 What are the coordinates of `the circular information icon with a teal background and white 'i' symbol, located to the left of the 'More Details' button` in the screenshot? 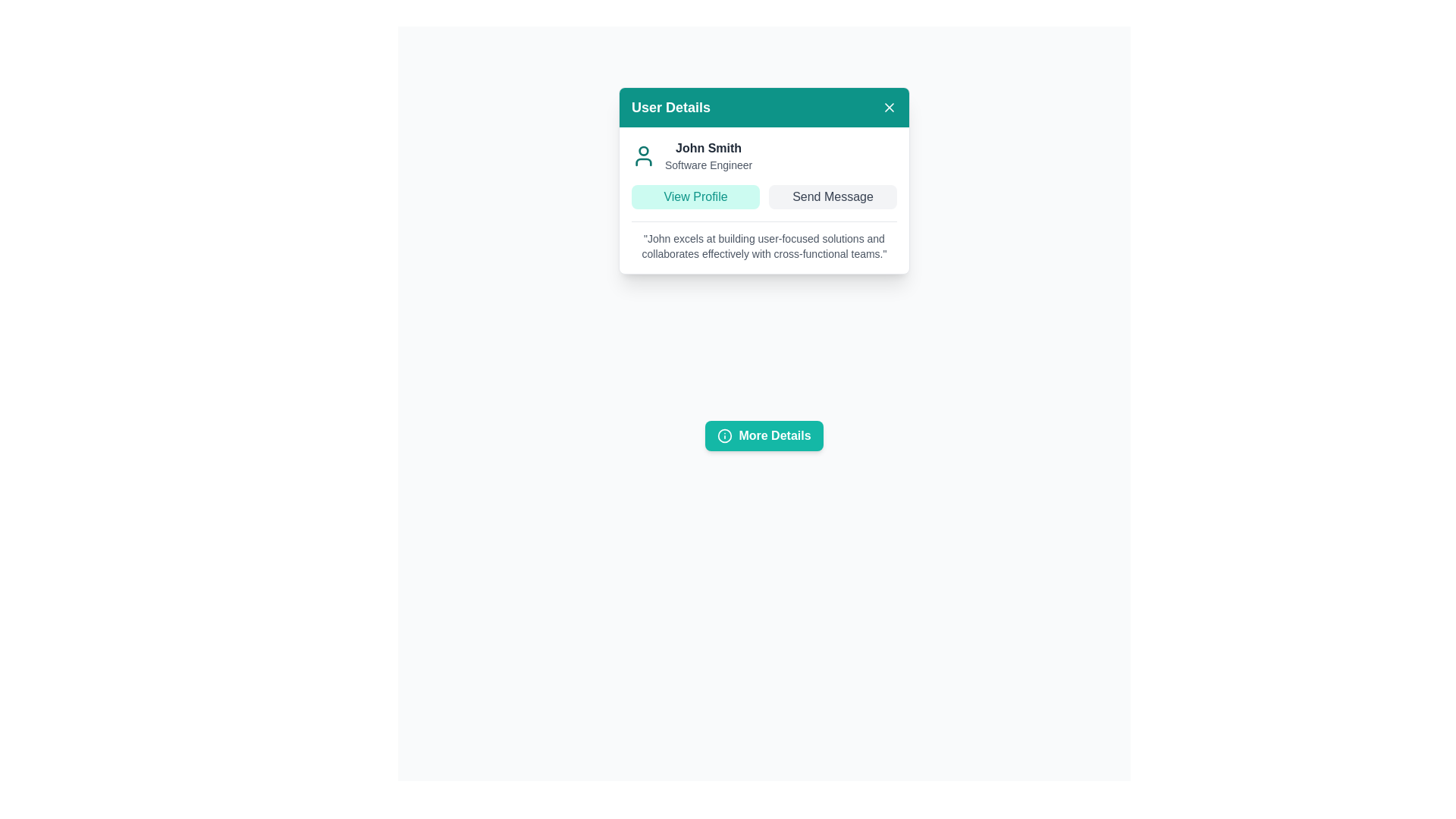 It's located at (724, 435).